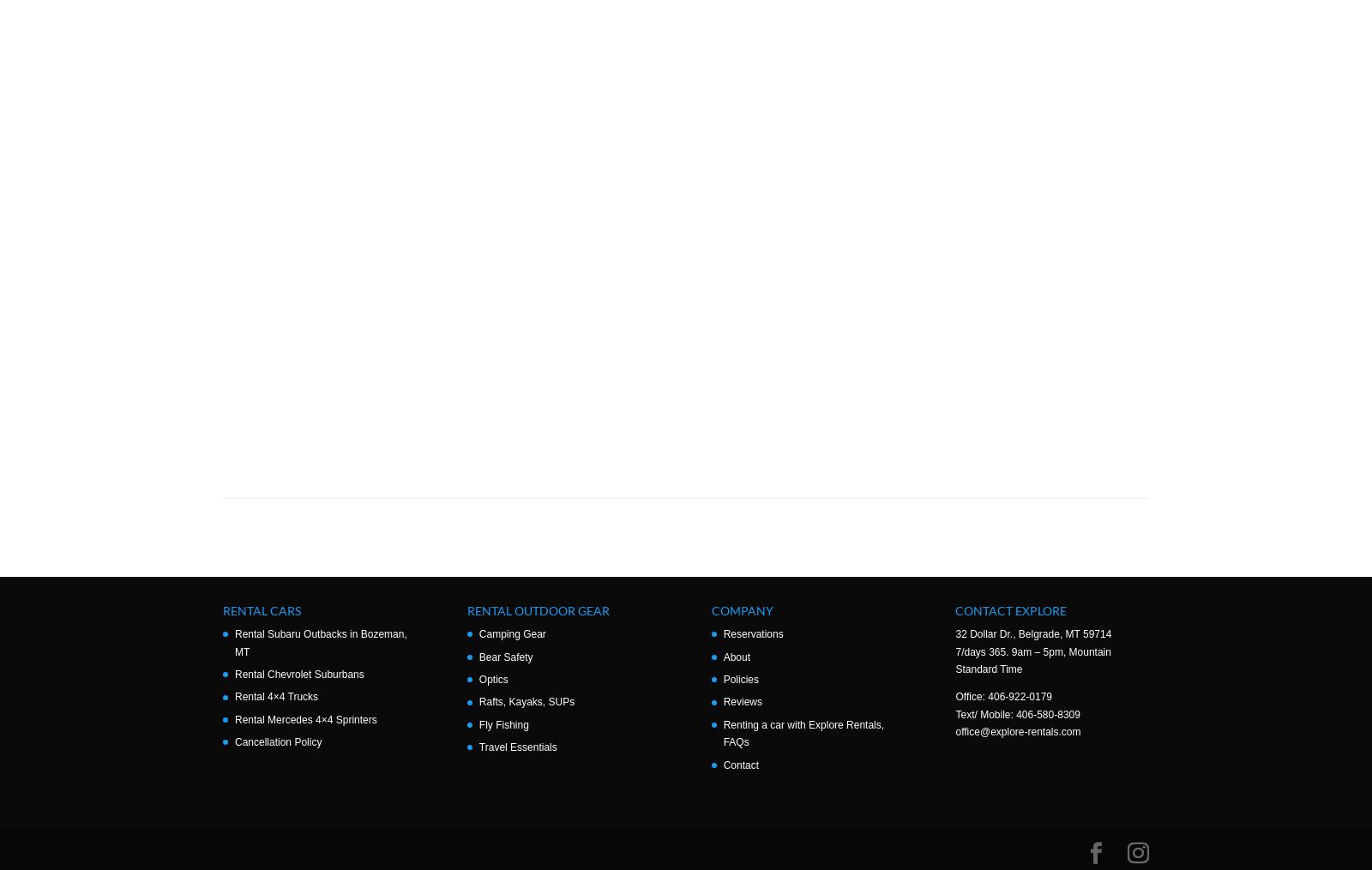  I want to click on '7/days 365. 9am – 5pm, Mountain Standard Time', so click(1032, 659).